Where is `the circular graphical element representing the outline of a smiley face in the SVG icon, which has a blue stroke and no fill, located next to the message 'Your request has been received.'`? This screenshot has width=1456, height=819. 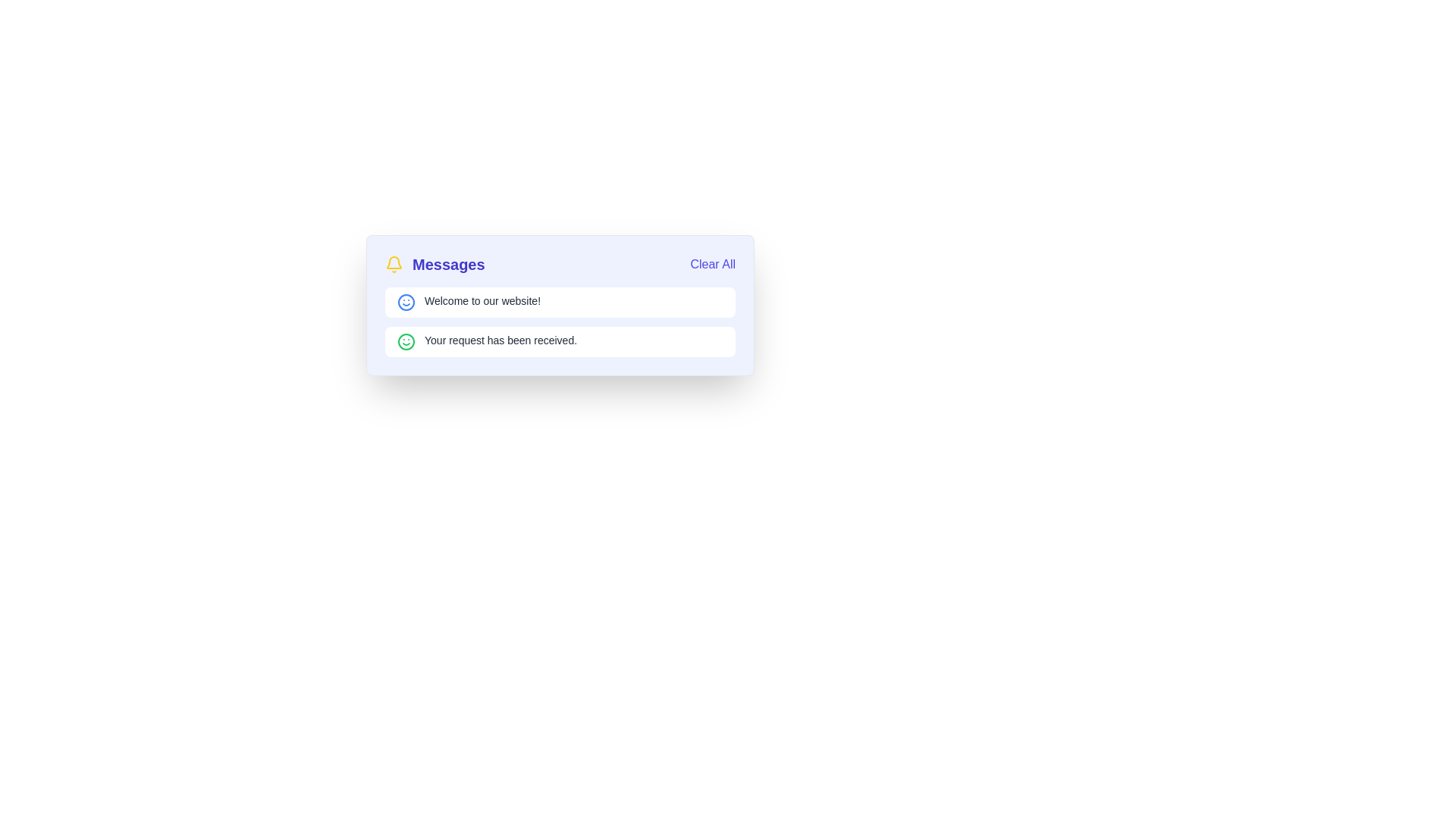
the circular graphical element representing the outline of a smiley face in the SVG icon, which has a blue stroke and no fill, located next to the message 'Your request has been received.' is located at coordinates (406, 302).